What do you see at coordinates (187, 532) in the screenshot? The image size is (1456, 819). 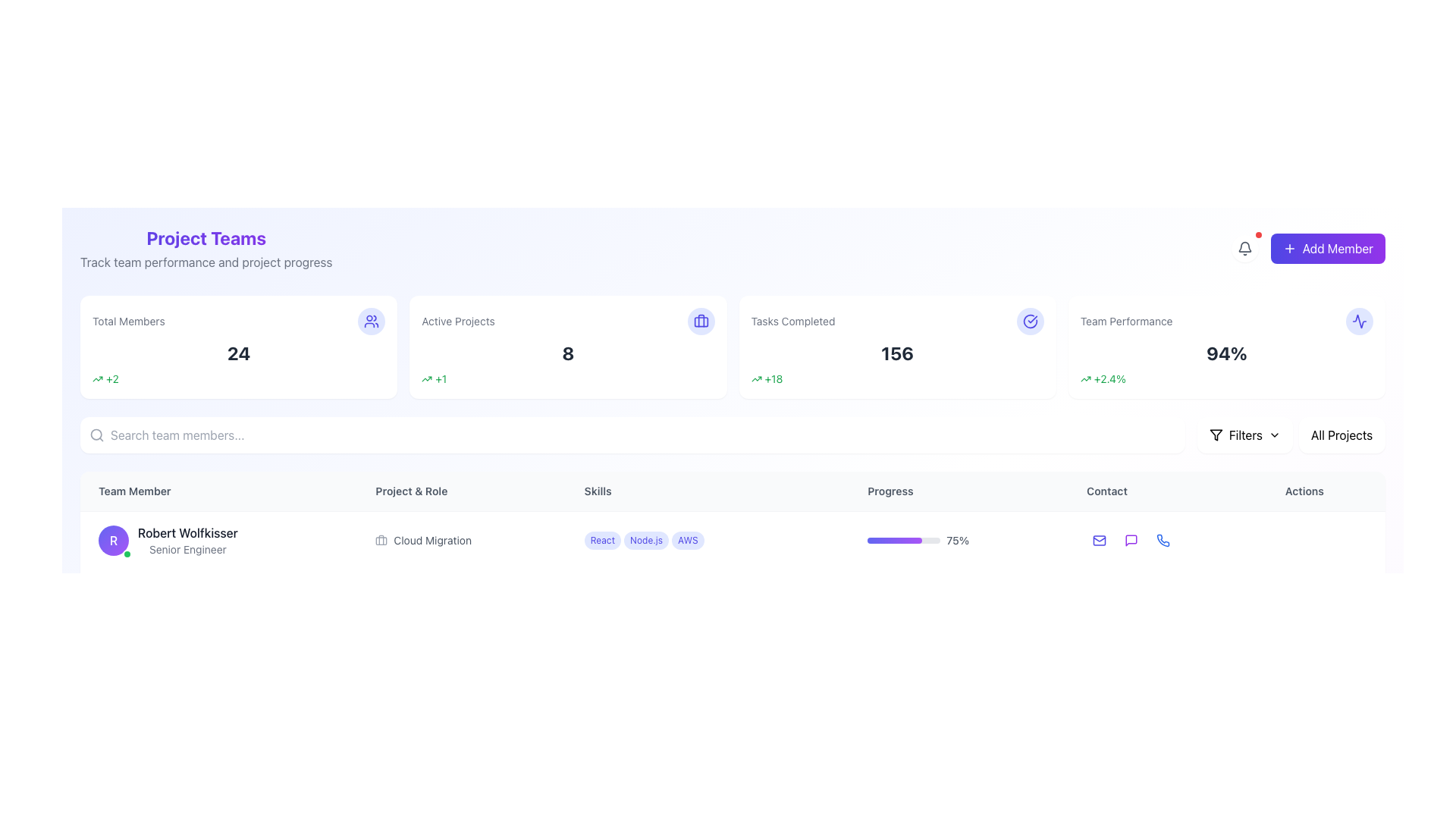 I see `the static text element displaying 'Robert Wolfkisser' in bold black font, located in the 'Team Member' column of the table structure` at bounding box center [187, 532].